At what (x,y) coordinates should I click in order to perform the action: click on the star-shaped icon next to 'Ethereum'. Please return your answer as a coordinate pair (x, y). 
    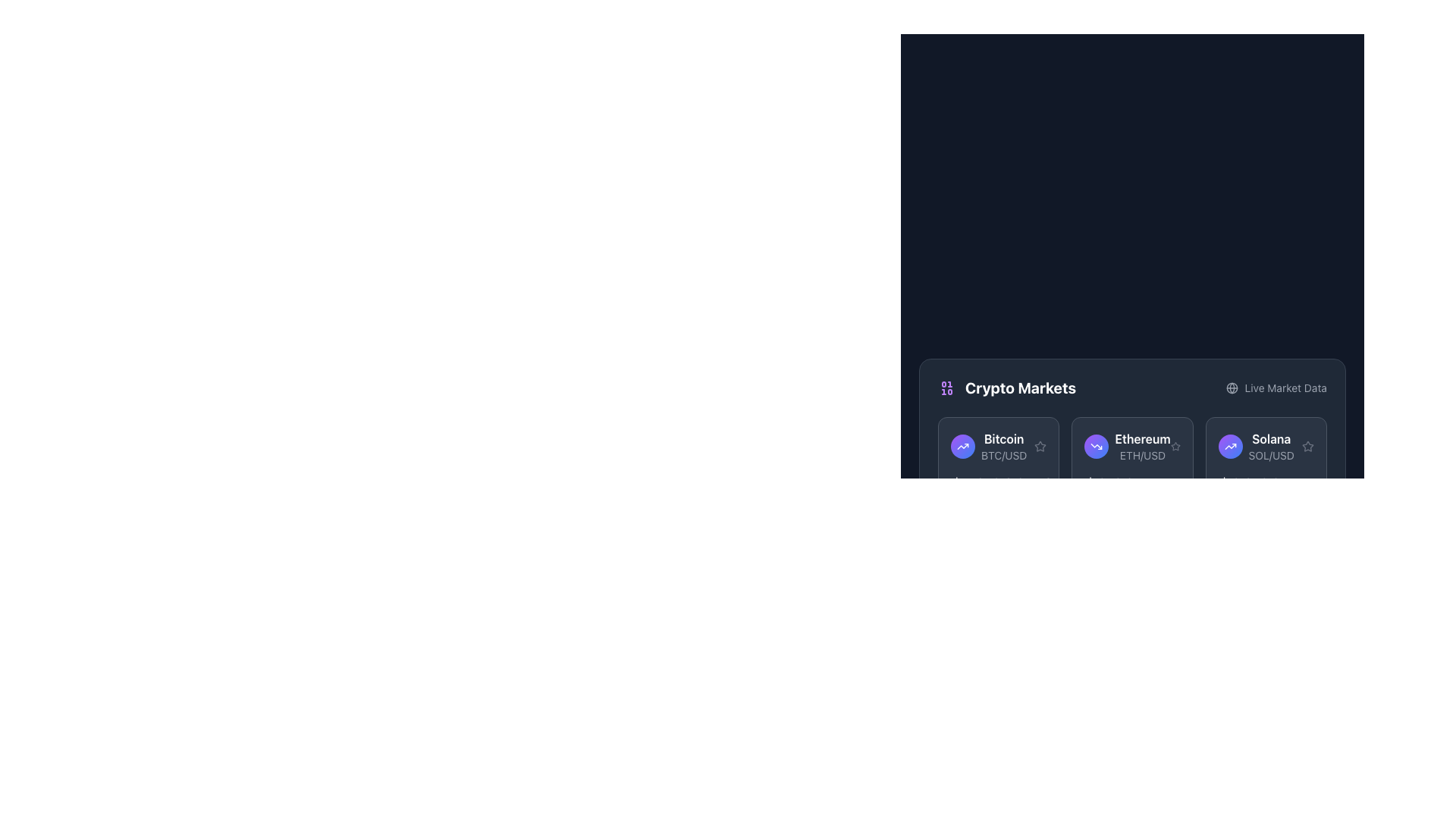
    Looking at the image, I should click on (1175, 444).